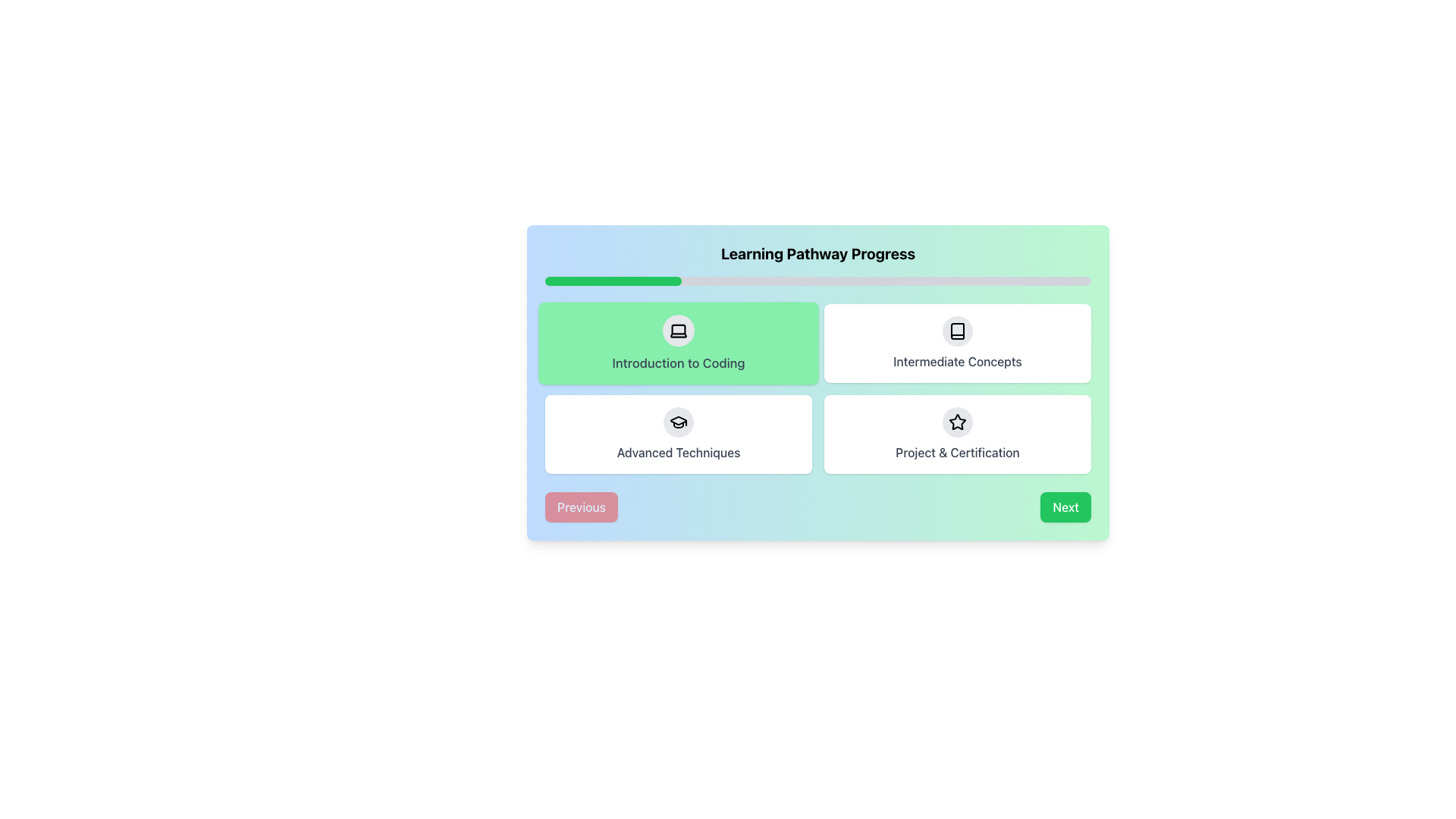  What do you see at coordinates (577, 281) in the screenshot?
I see `progress` at bounding box center [577, 281].